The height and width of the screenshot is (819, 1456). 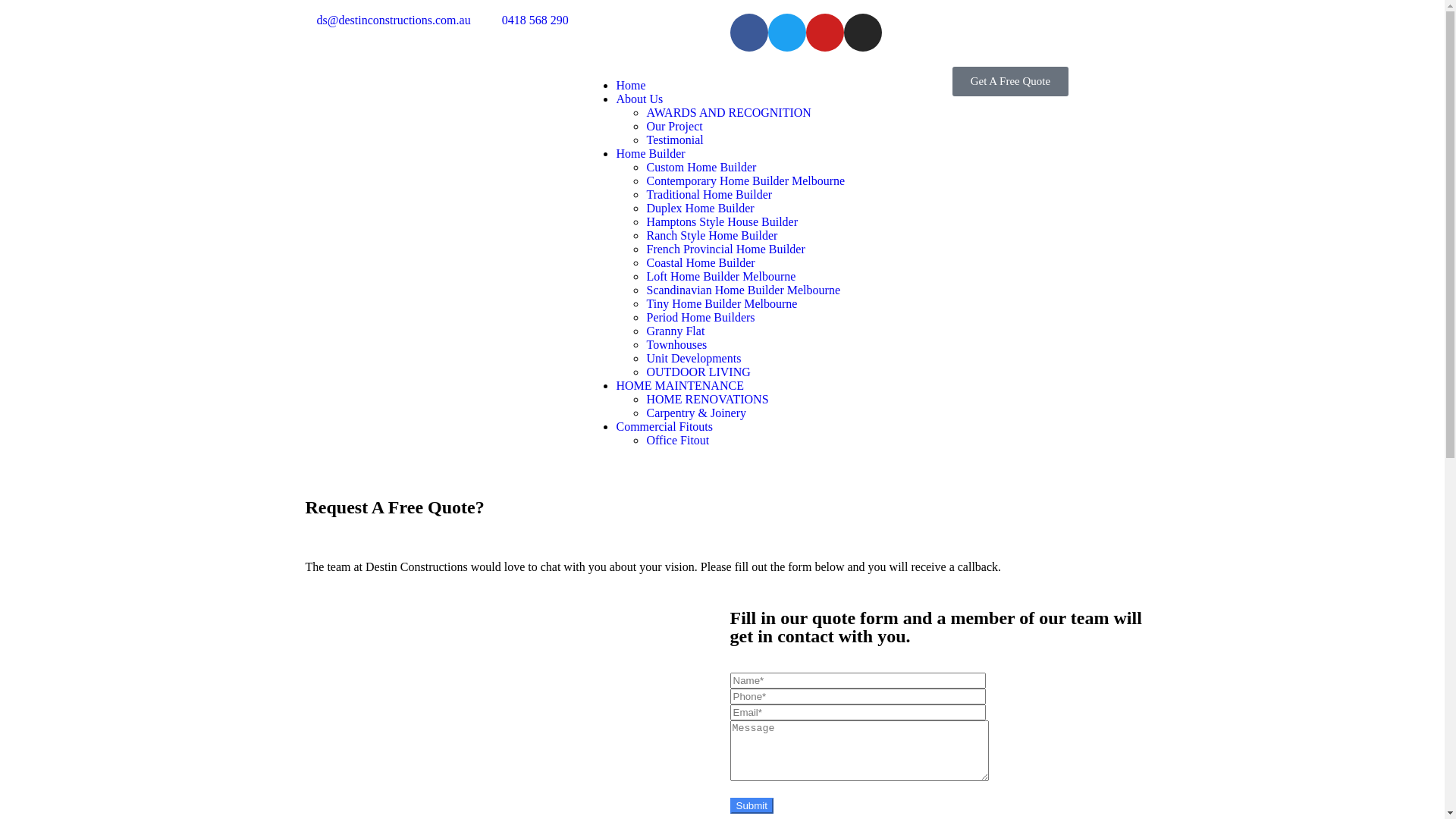 I want to click on 'Testimonial', so click(x=673, y=140).